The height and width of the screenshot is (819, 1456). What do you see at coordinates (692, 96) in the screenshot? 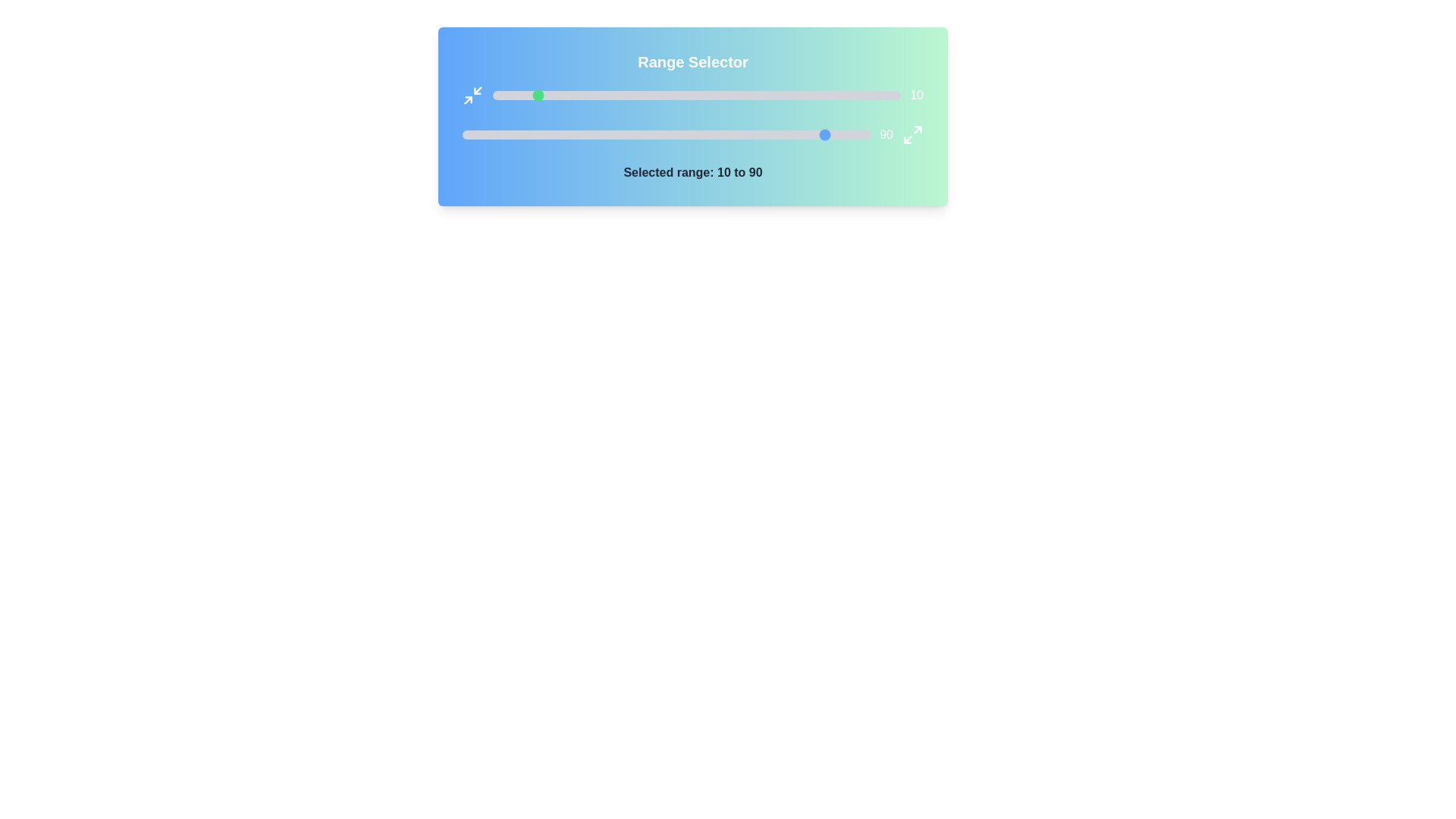
I see `the numeric value '10' label located to the far right of the top range slider in the 'Range Selector' section` at bounding box center [692, 96].